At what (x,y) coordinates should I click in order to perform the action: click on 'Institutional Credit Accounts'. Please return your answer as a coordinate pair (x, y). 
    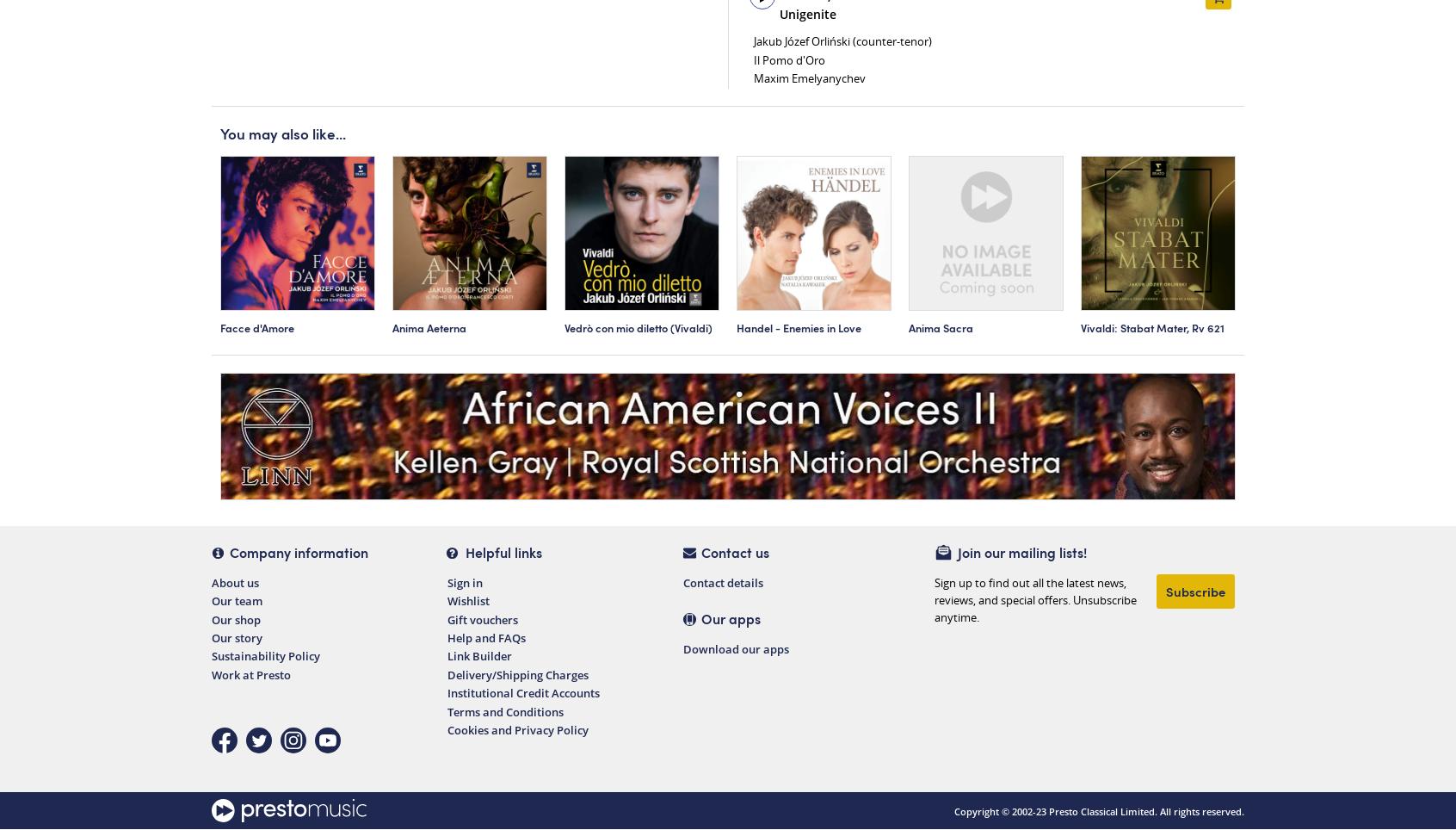
    Looking at the image, I should click on (521, 692).